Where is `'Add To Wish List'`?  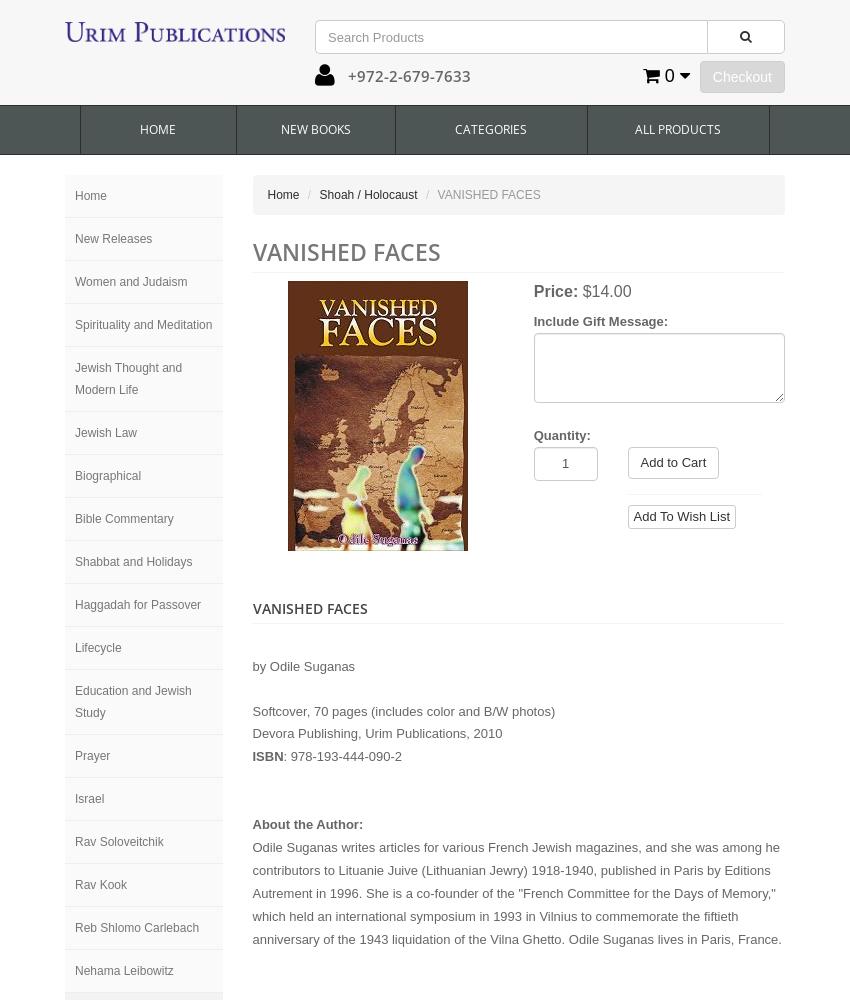 'Add To Wish List' is located at coordinates (680, 516).